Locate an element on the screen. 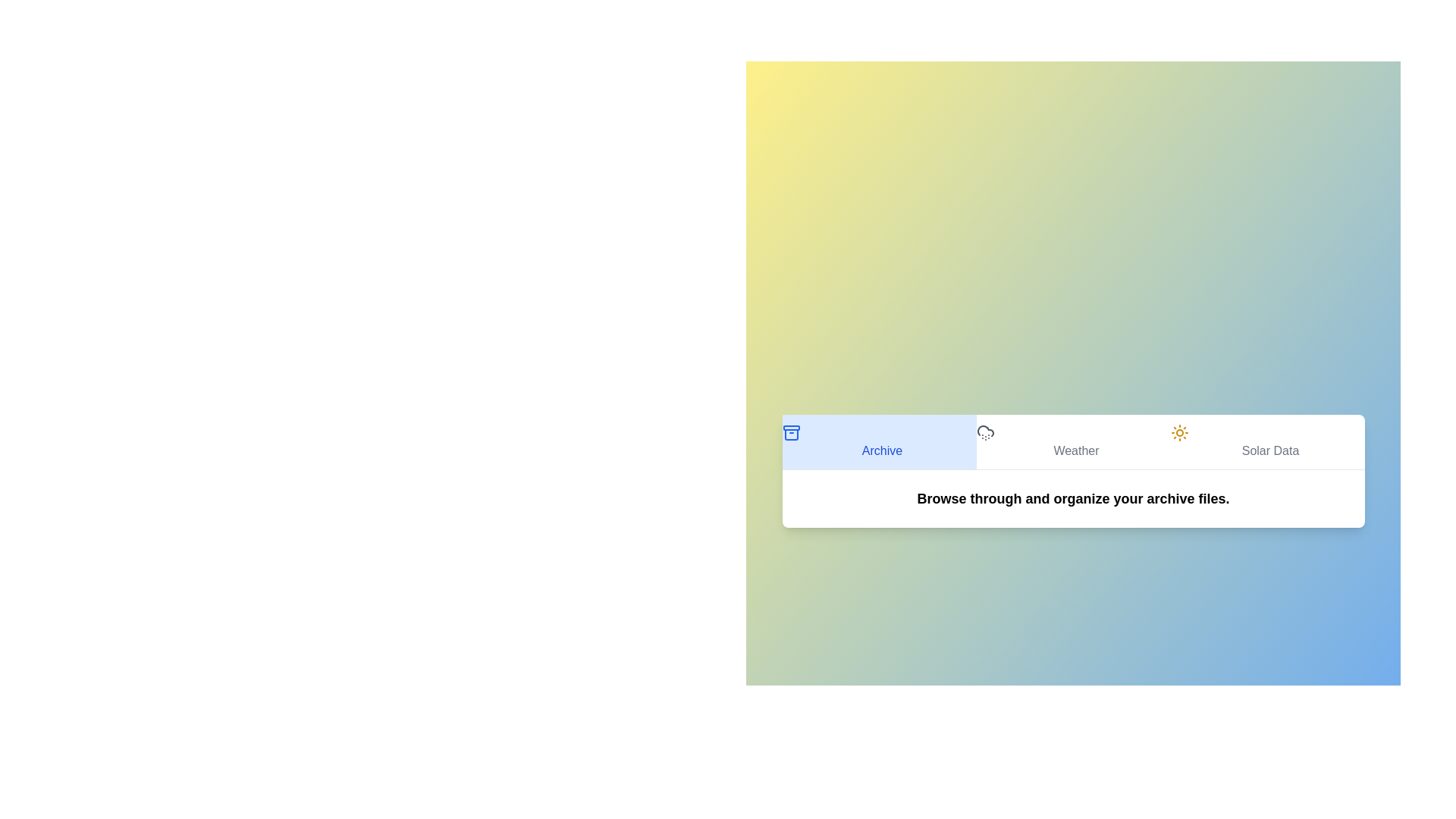 The height and width of the screenshot is (819, 1456). the Weather tab is located at coordinates (1072, 441).